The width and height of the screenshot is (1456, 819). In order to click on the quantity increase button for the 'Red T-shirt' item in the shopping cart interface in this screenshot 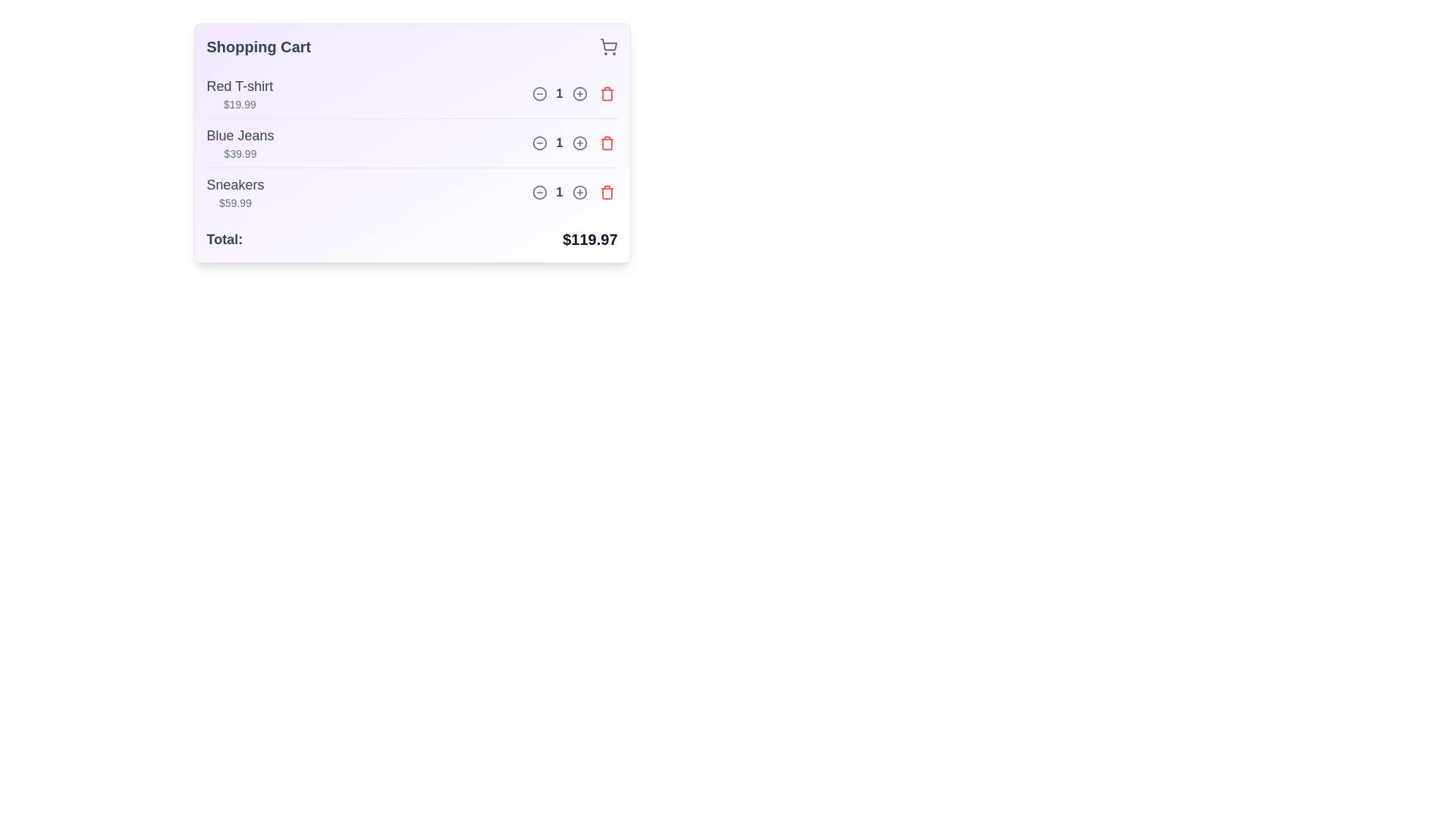, I will do `click(573, 93)`.